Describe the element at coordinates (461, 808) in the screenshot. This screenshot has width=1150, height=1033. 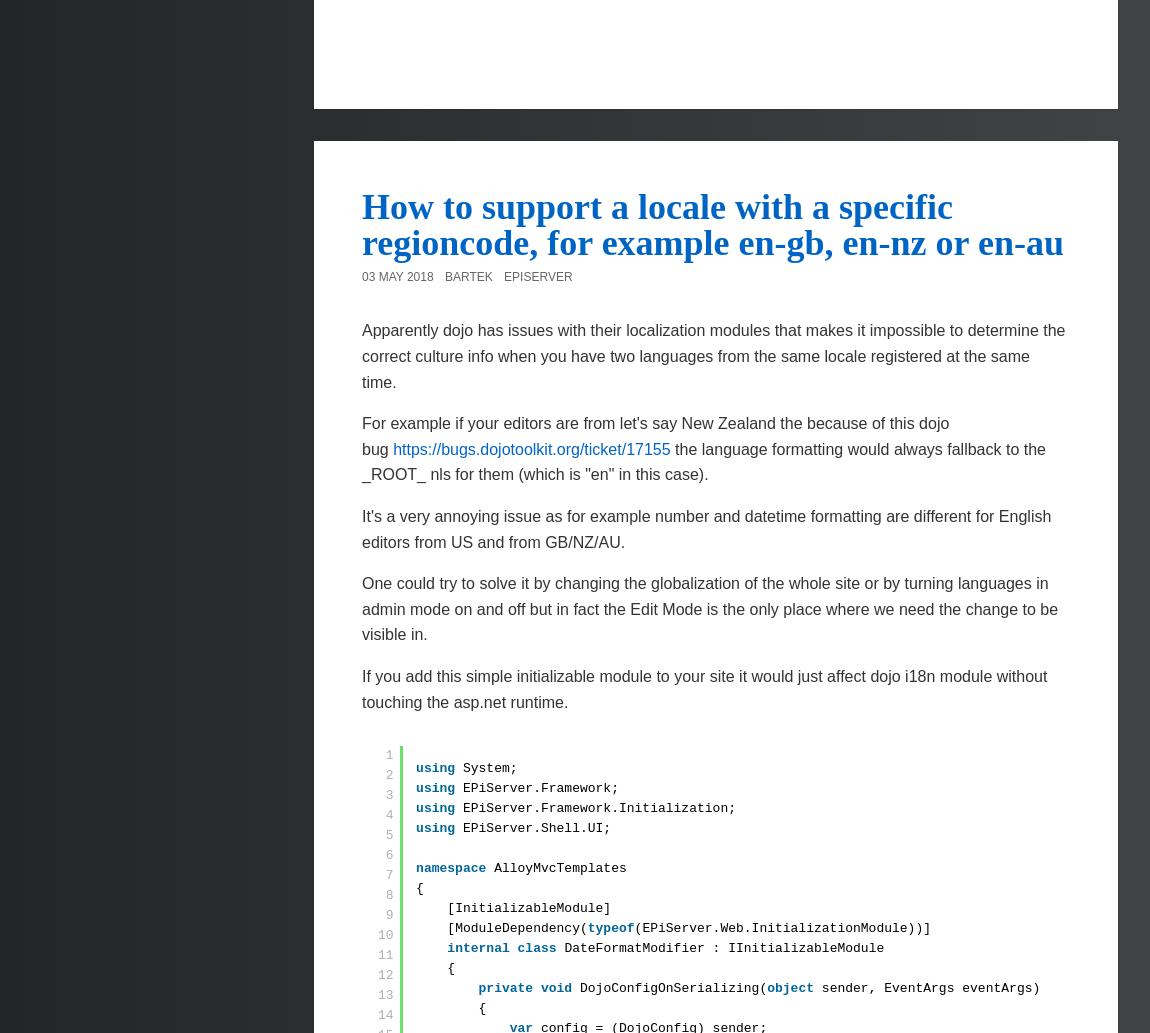
I see `'EPiServer.Framework.Initialization;'` at that location.